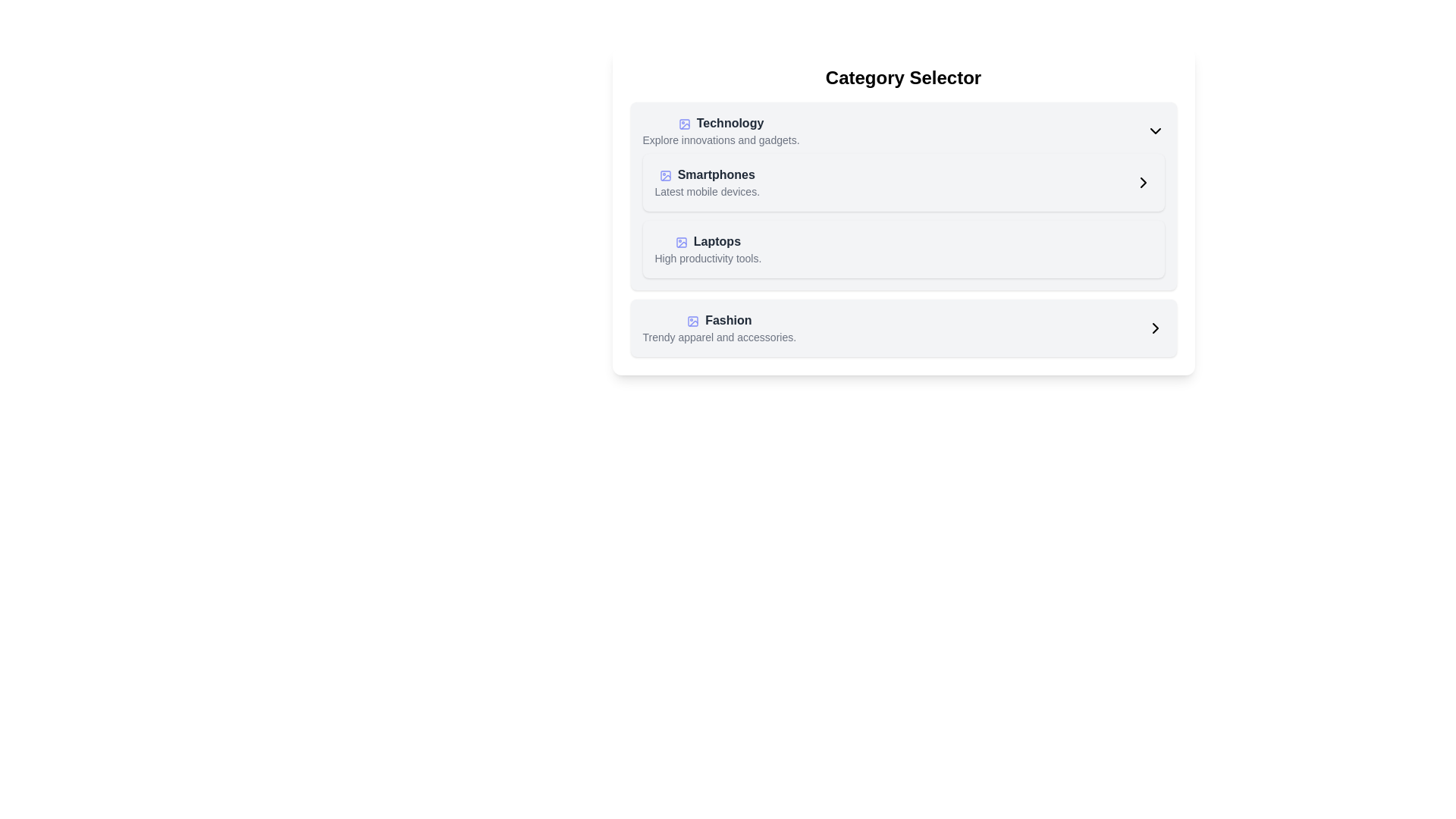 This screenshot has width=1456, height=819. I want to click on the rightward-pointing arrow icon located at the top right corner of the 'Smartphones' section, so click(1143, 181).